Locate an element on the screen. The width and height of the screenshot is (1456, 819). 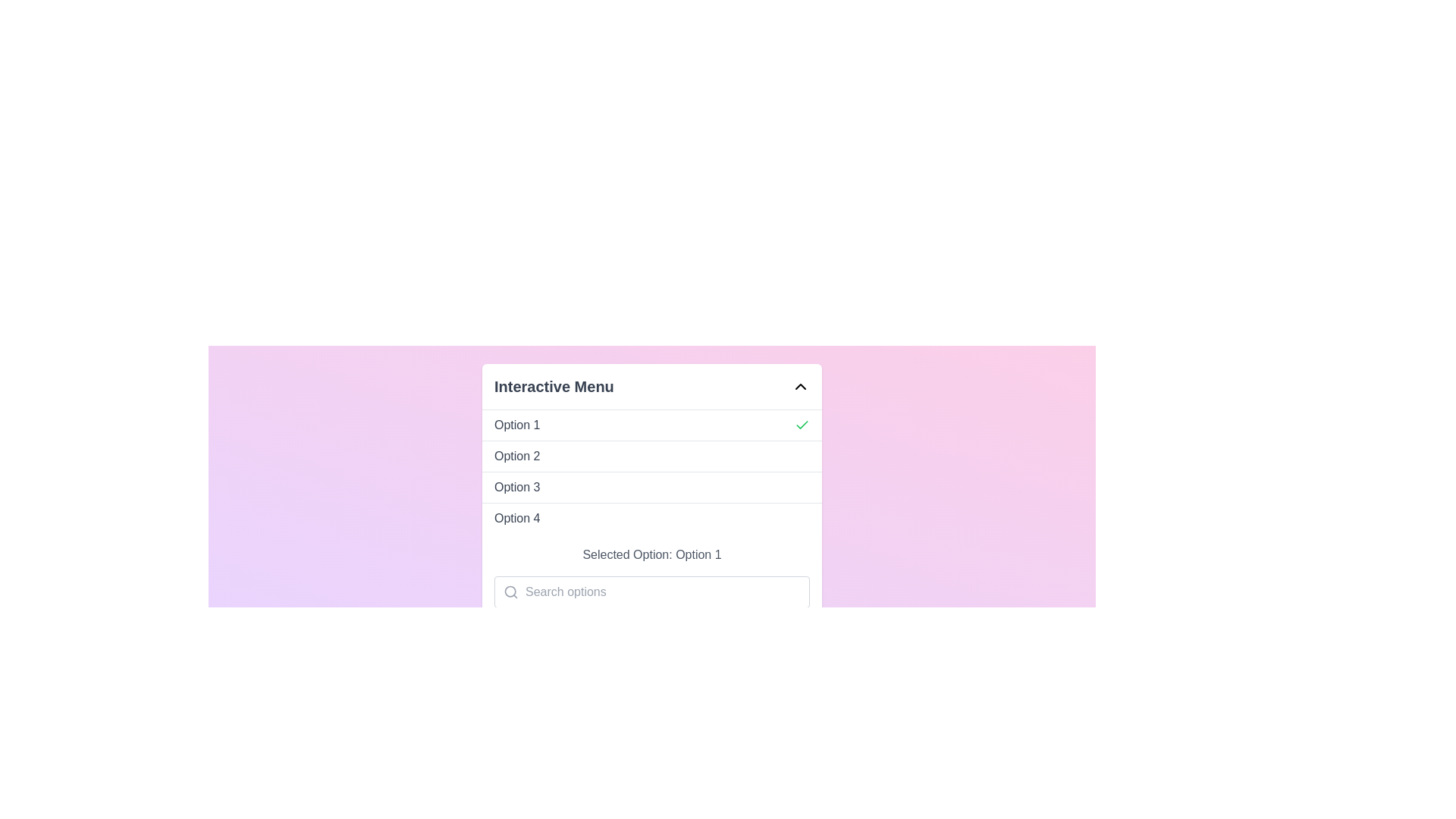
the third item is located at coordinates (651, 487).